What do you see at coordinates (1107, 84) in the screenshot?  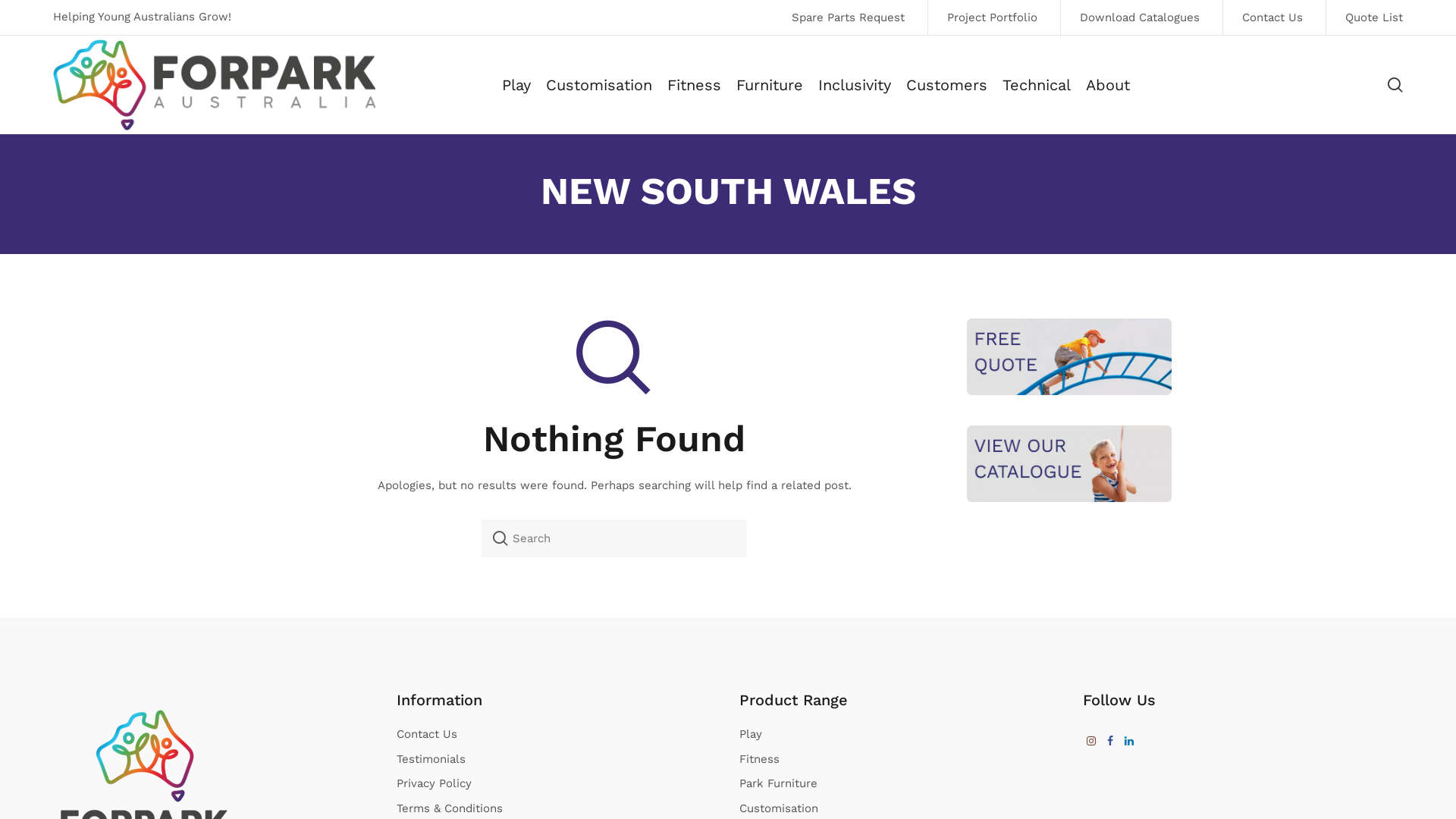 I see `'About'` at bounding box center [1107, 84].